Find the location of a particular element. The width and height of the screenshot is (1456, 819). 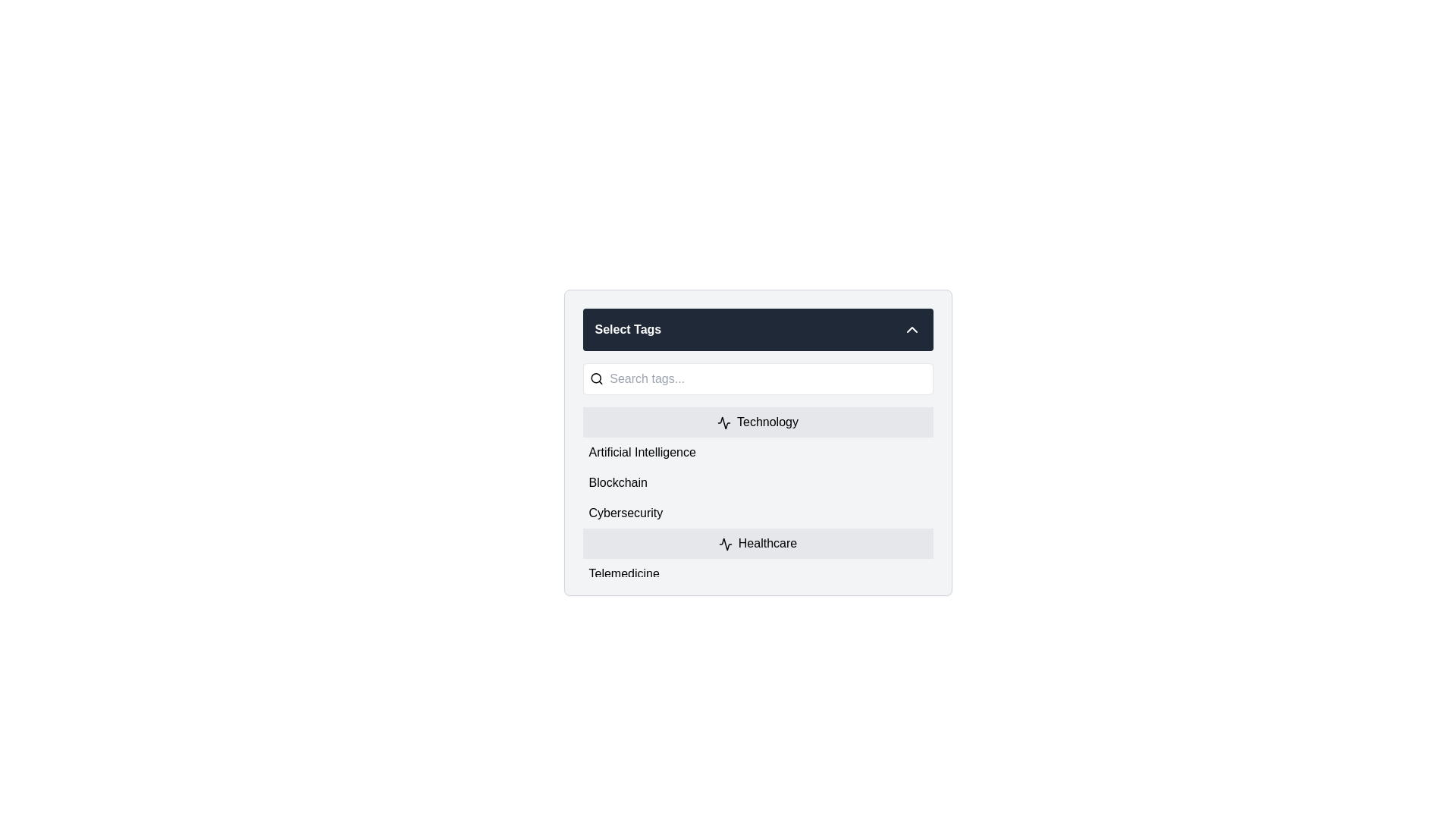

the first item in the vertically stacked 'Technology' category list, which is a Selectable List Item for selection or navigation is located at coordinates (758, 452).